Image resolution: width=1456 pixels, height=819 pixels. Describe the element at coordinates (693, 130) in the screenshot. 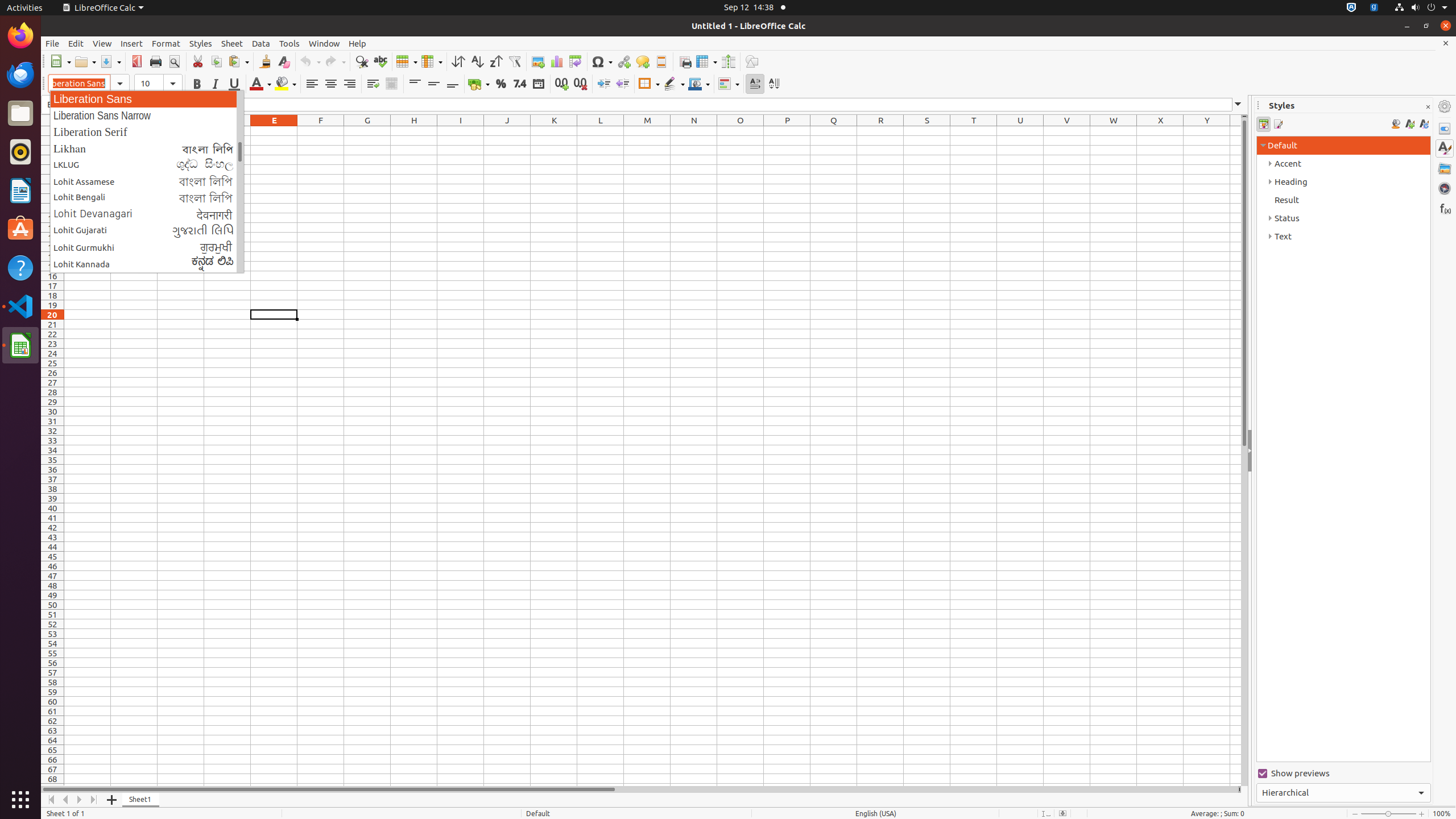

I see `'N1'` at that location.